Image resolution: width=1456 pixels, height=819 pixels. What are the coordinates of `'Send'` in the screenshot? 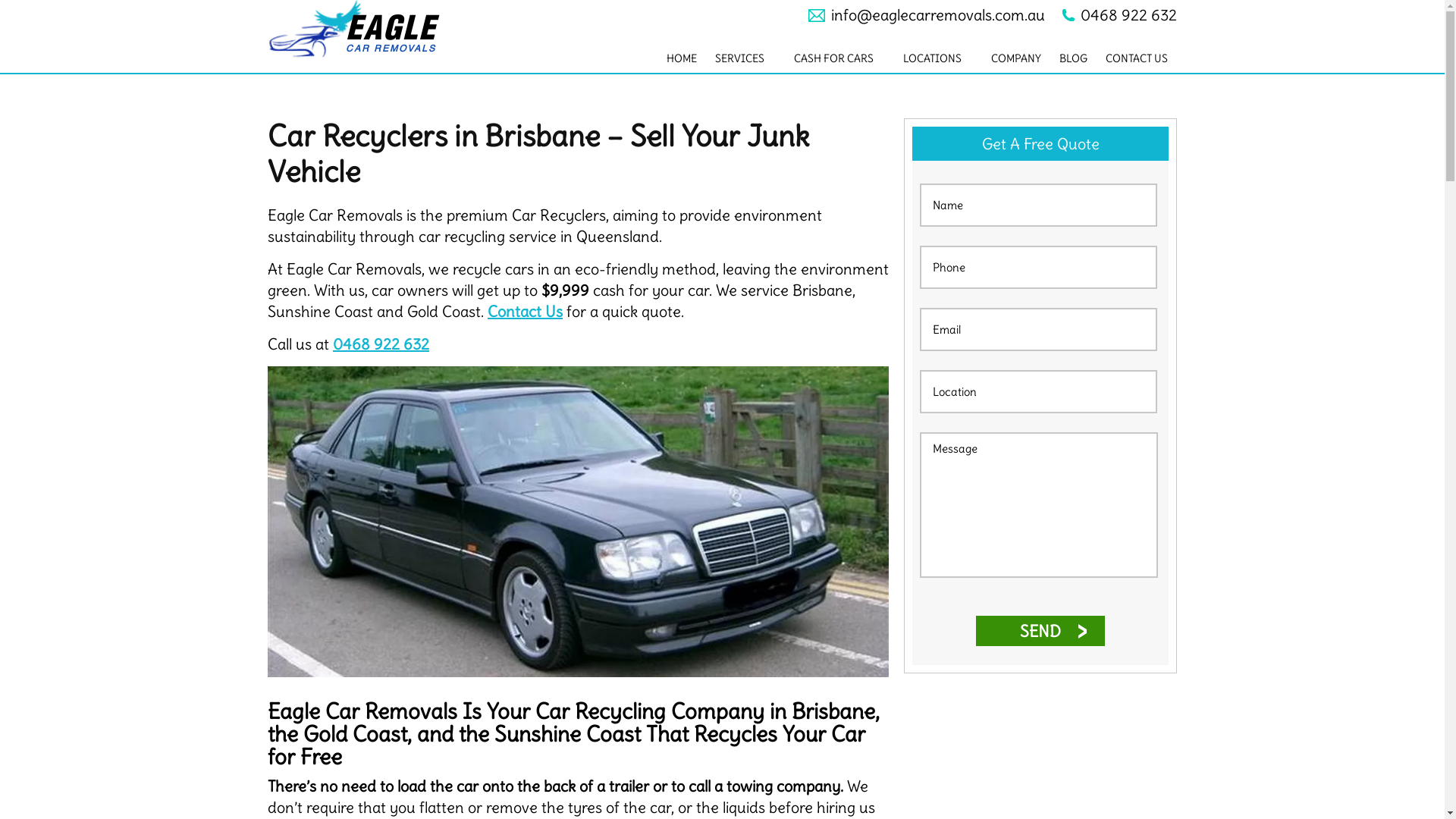 It's located at (1040, 631).